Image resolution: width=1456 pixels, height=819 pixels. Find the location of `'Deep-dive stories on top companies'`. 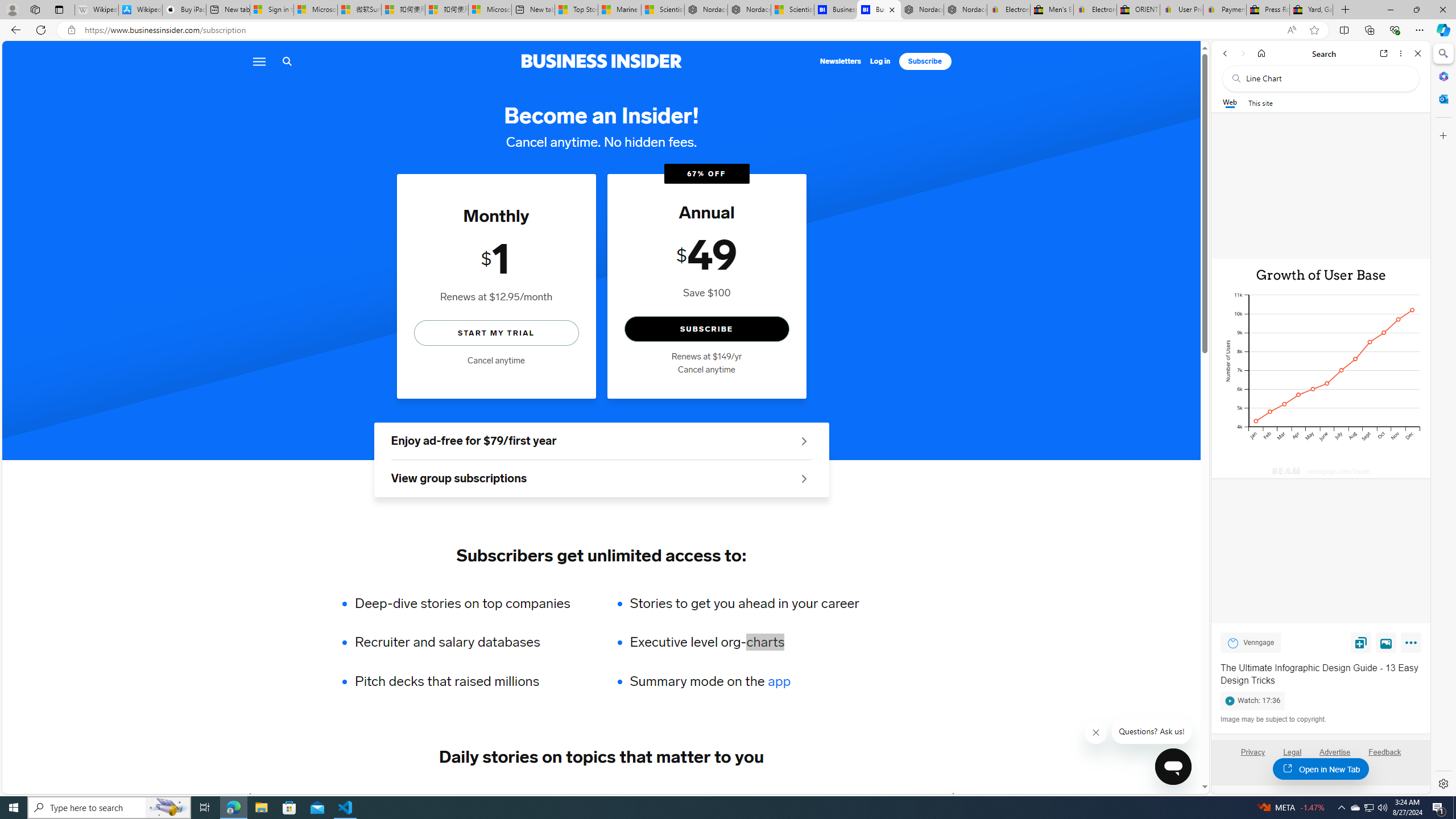

'Deep-dive stories on top companies' is located at coordinates (470, 603).